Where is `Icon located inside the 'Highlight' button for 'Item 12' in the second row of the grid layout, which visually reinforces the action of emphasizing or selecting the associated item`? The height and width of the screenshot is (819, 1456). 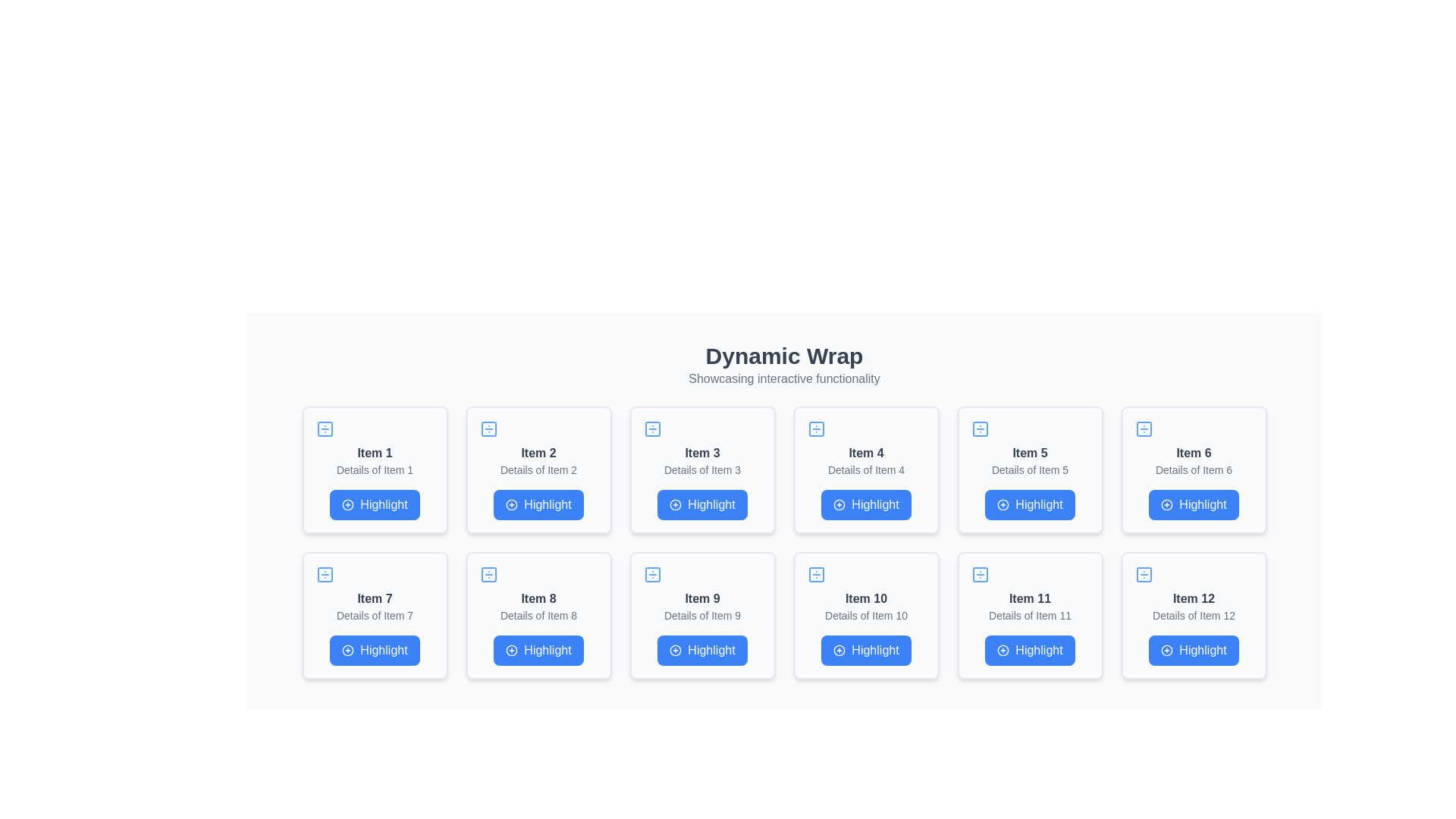 Icon located inside the 'Highlight' button for 'Item 12' in the second row of the grid layout, which visually reinforces the action of emphasizing or selecting the associated item is located at coordinates (1166, 649).